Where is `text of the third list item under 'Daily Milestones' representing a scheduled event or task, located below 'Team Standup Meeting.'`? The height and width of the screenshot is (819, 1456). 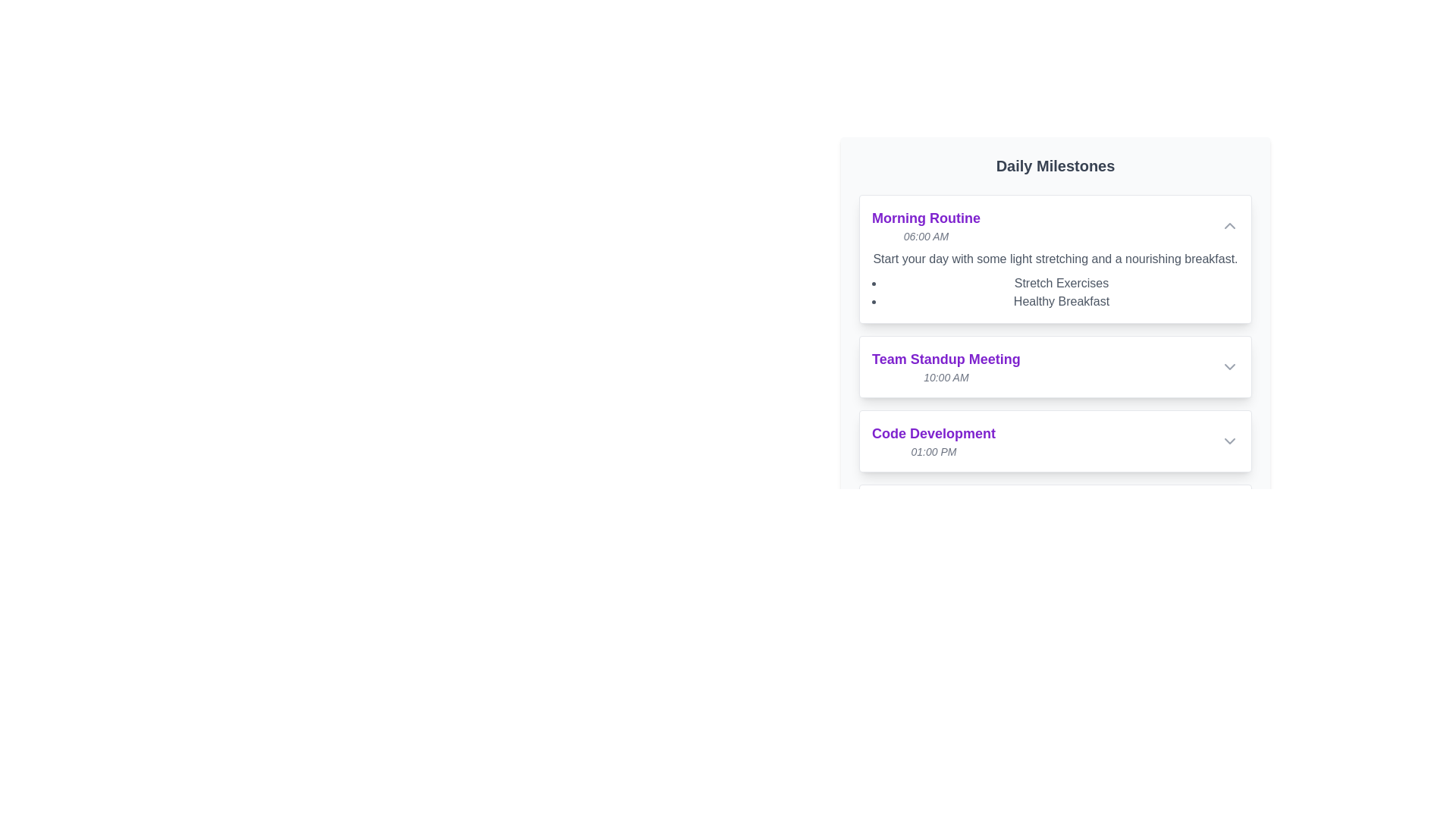
text of the third list item under 'Daily Milestones' representing a scheduled event or task, located below 'Team Standup Meeting.' is located at coordinates (933, 441).